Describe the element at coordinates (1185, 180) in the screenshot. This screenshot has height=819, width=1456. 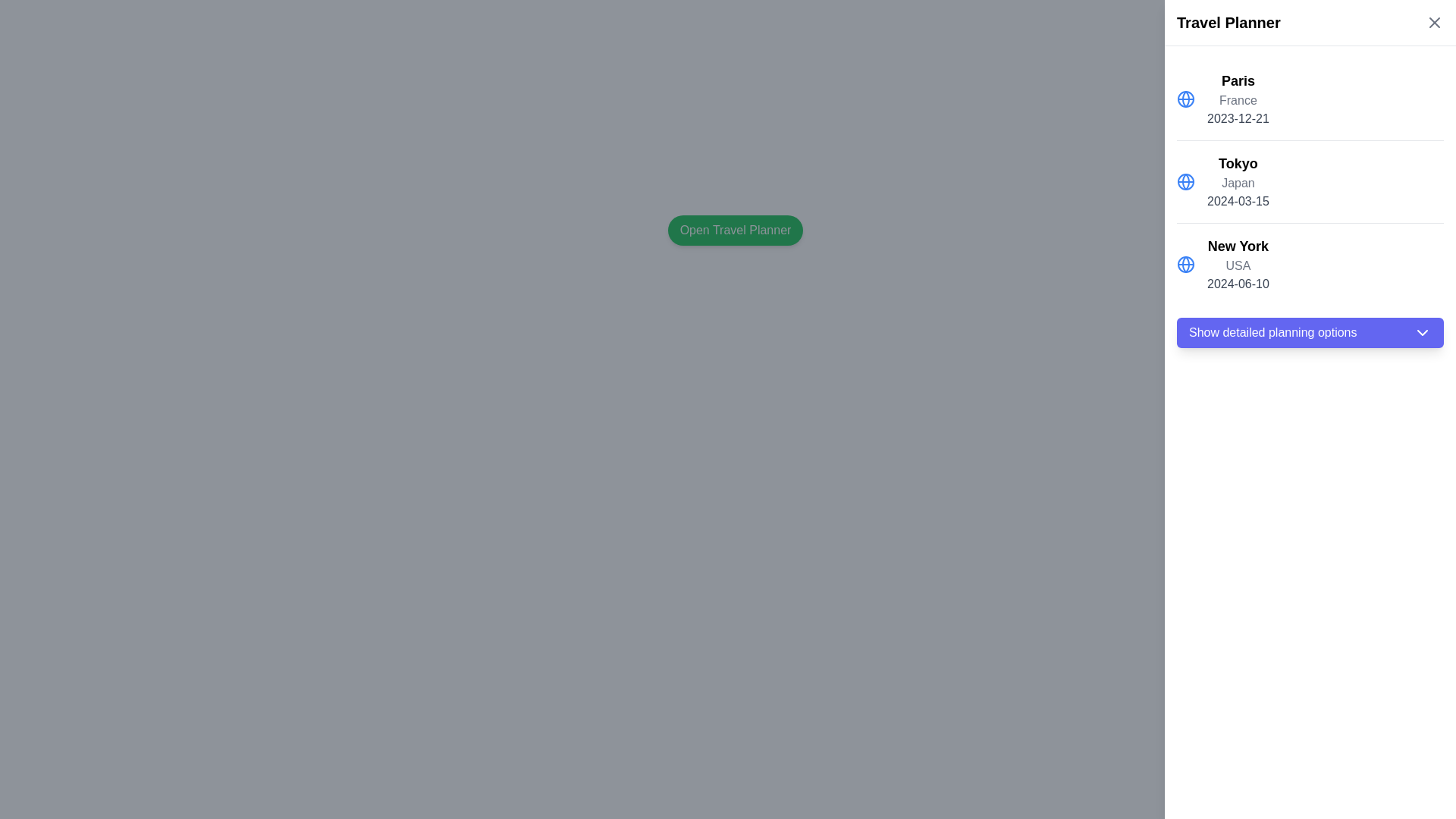
I see `the globe icon representing the 'Tokyo' destination in the travel destinations list` at that location.